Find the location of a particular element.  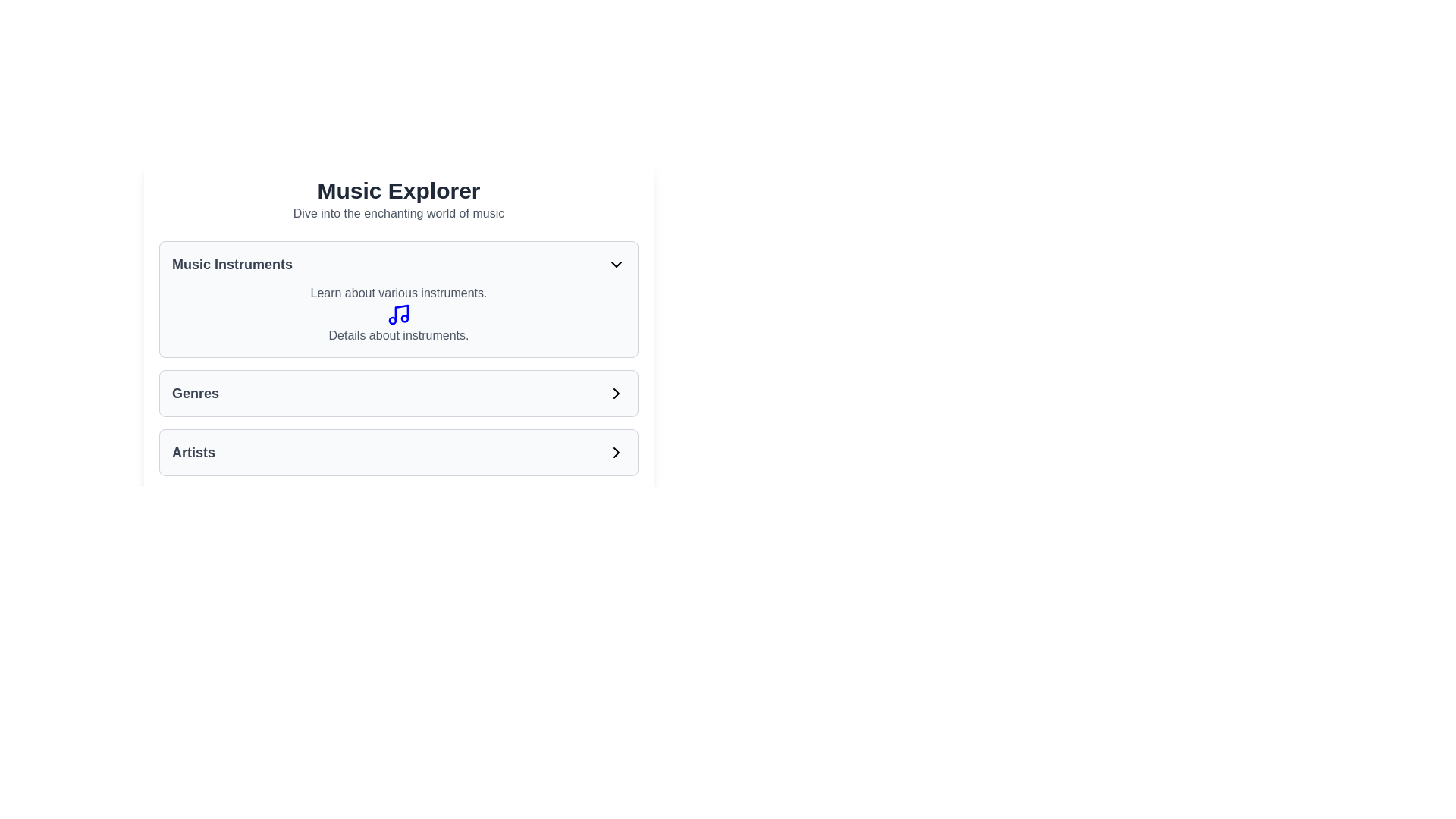

the music instruments summary card located in the middle section beneath the 'Music Explorer' heading, which is the first of three containers is located at coordinates (399, 299).